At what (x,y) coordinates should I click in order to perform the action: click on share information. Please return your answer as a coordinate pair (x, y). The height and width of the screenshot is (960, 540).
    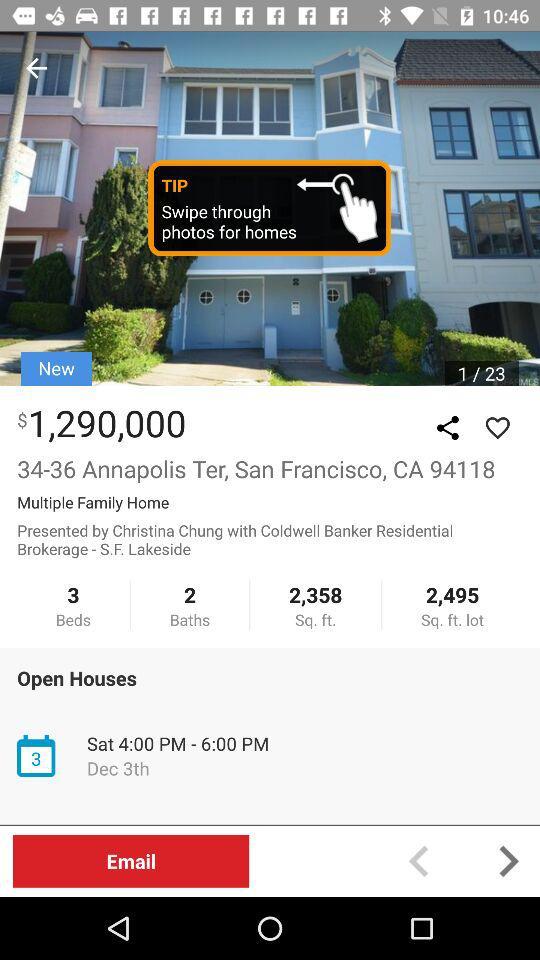
    Looking at the image, I should click on (447, 428).